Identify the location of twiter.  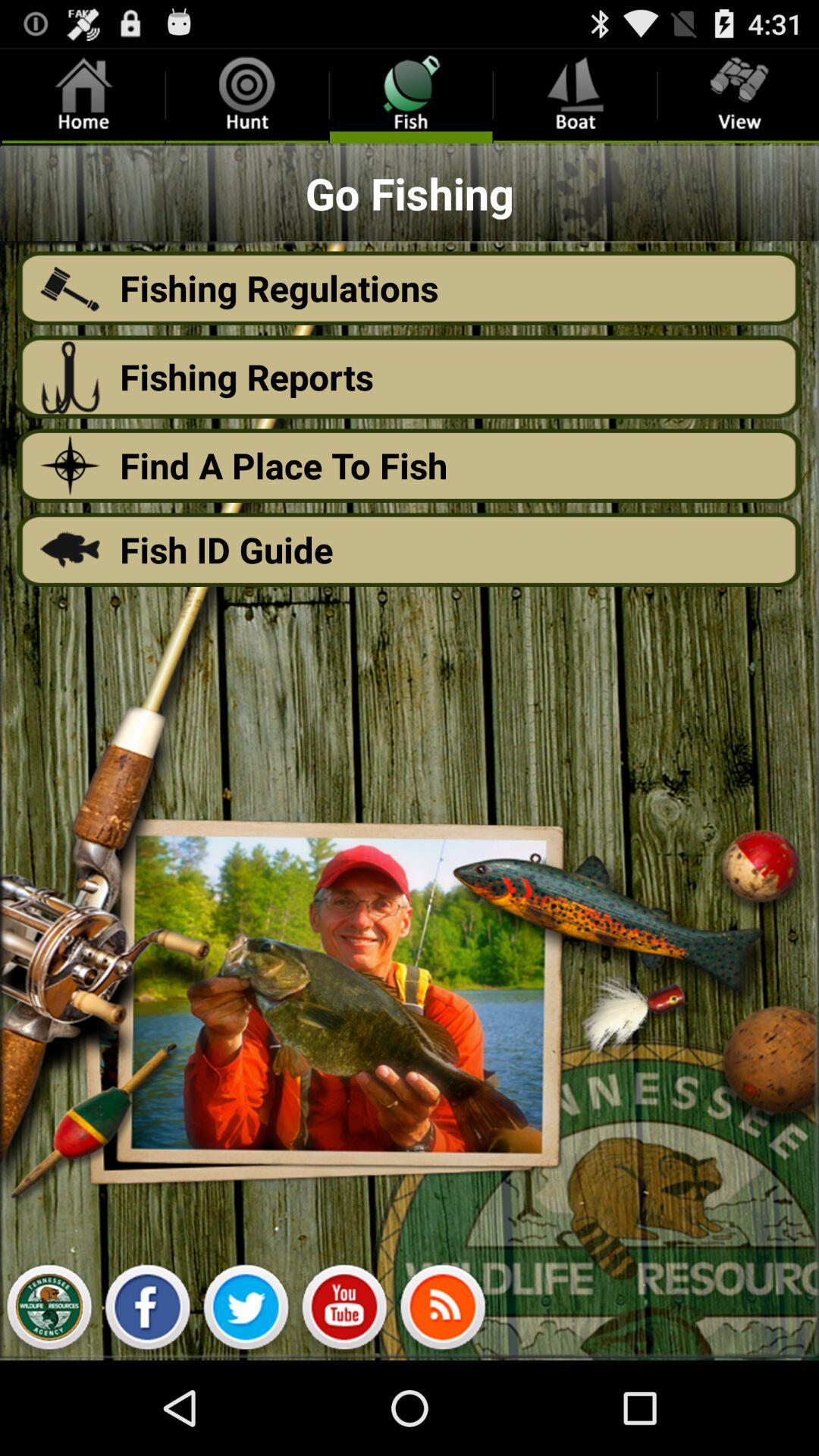
(245, 1310).